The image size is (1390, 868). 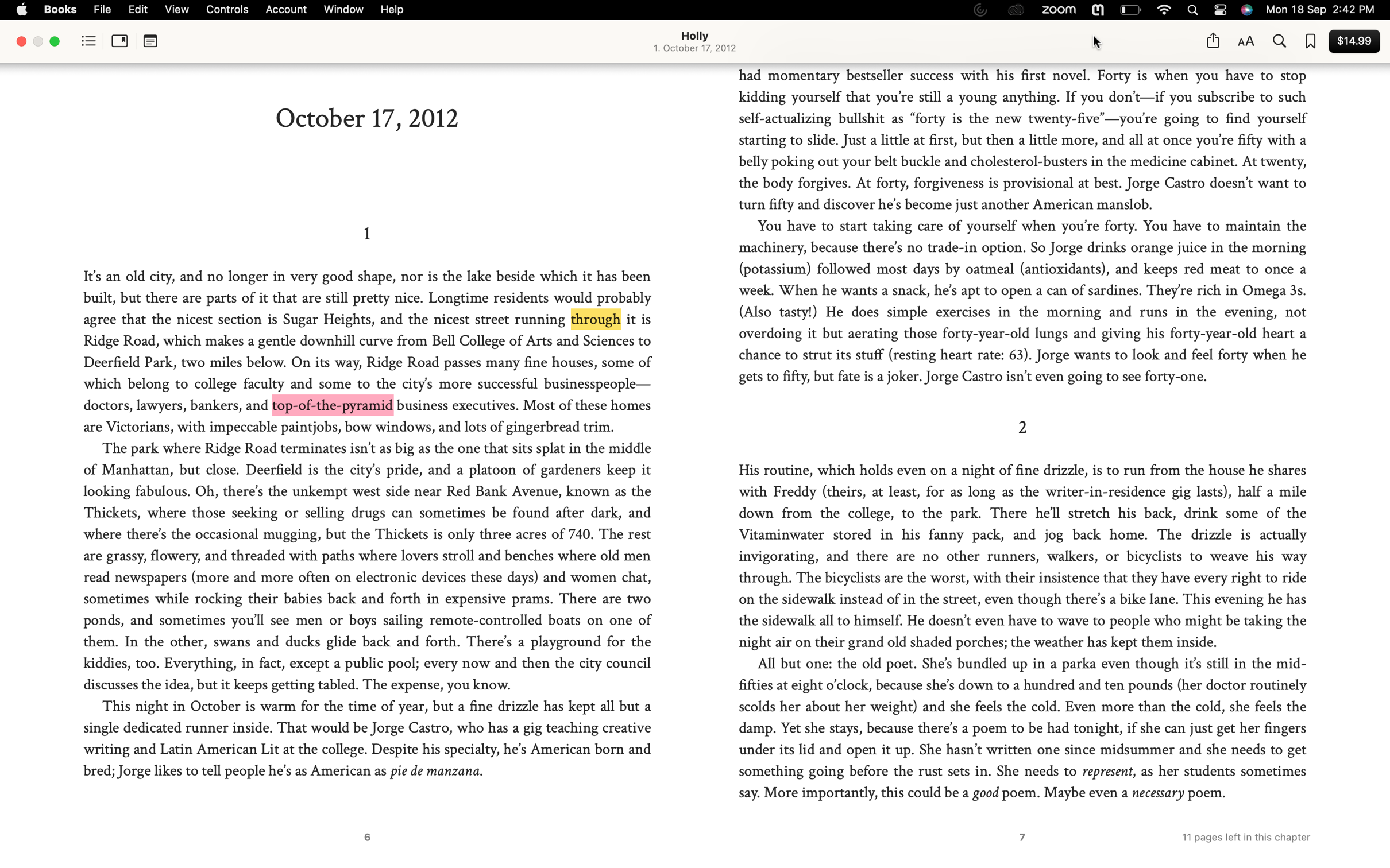 What do you see at coordinates (1212, 40) in the screenshot?
I see `Post the current webpage on your Twitter account` at bounding box center [1212, 40].